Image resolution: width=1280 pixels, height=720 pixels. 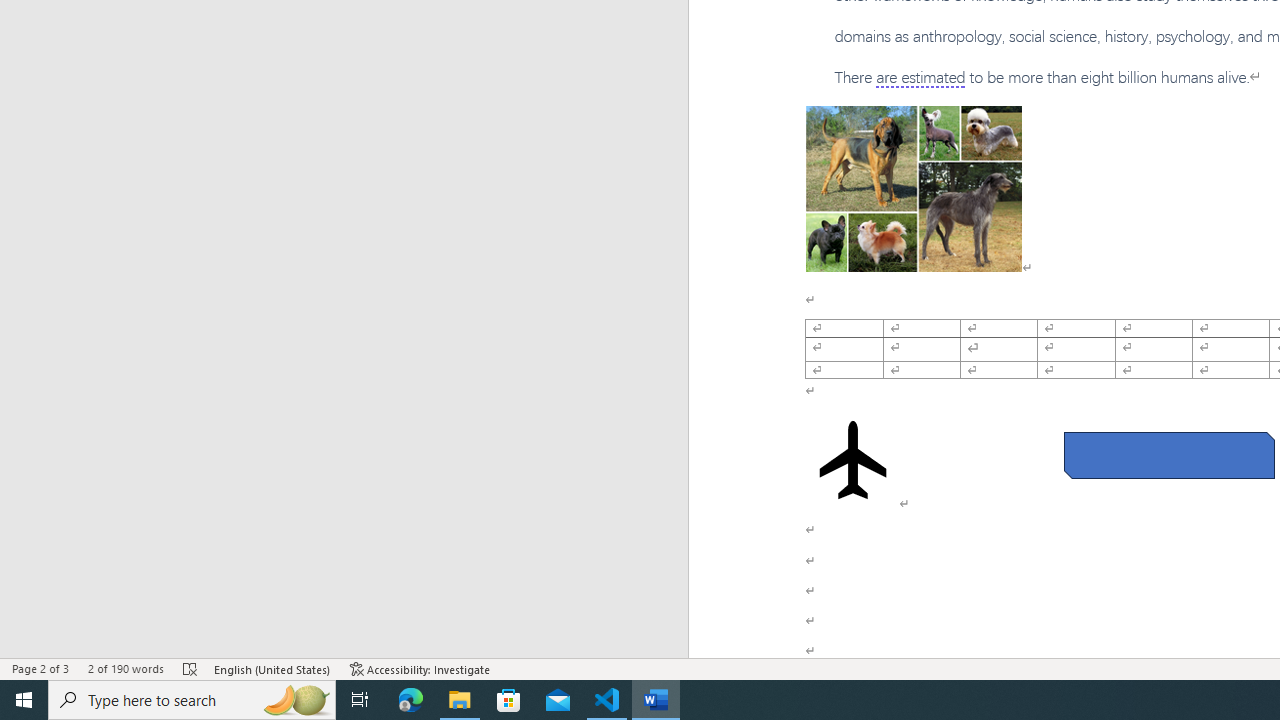 What do you see at coordinates (40, 669) in the screenshot?
I see `'Page Number Page 2 of 3'` at bounding box center [40, 669].